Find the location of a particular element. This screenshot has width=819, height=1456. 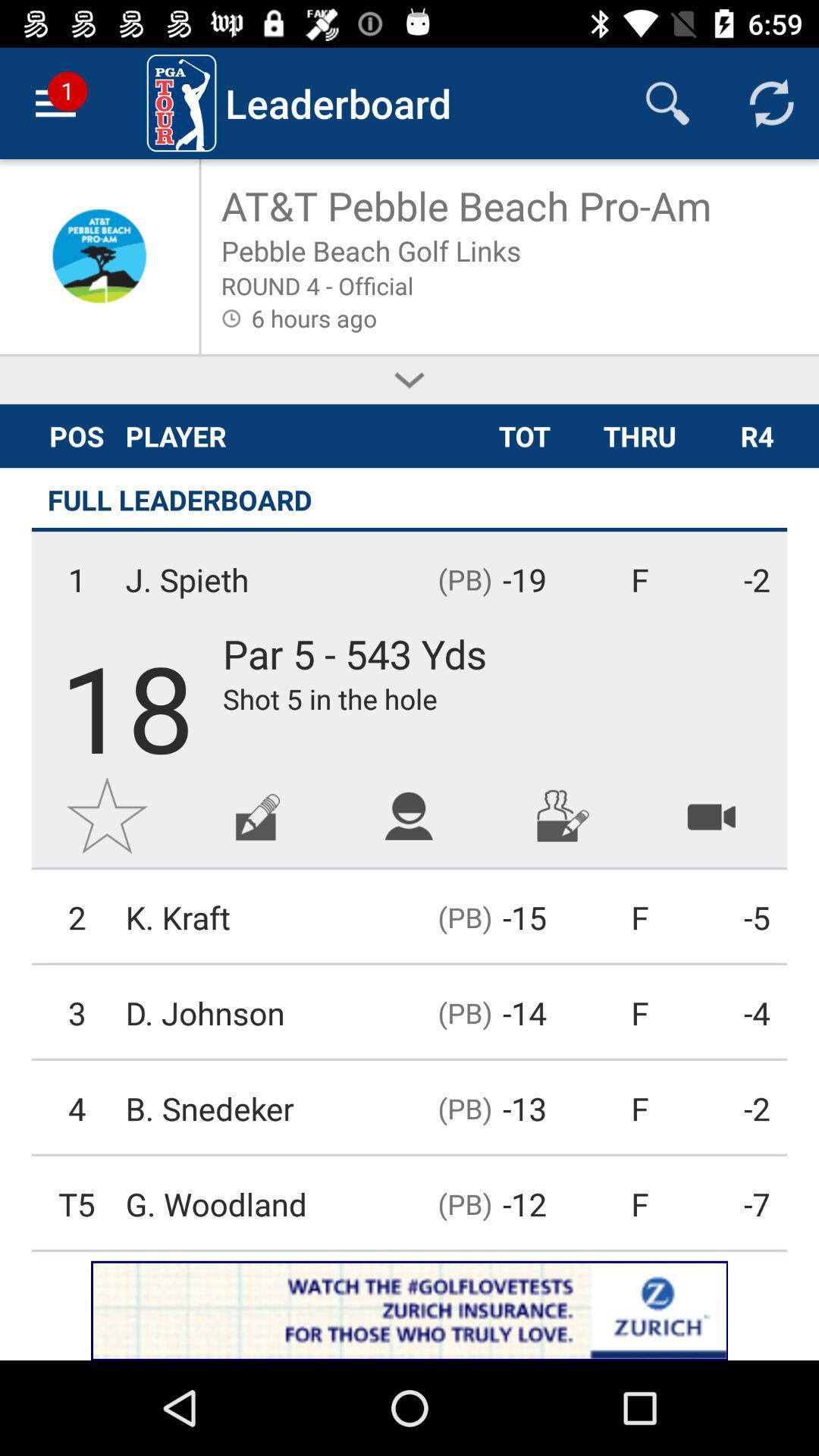

click for video is located at coordinates (711, 814).